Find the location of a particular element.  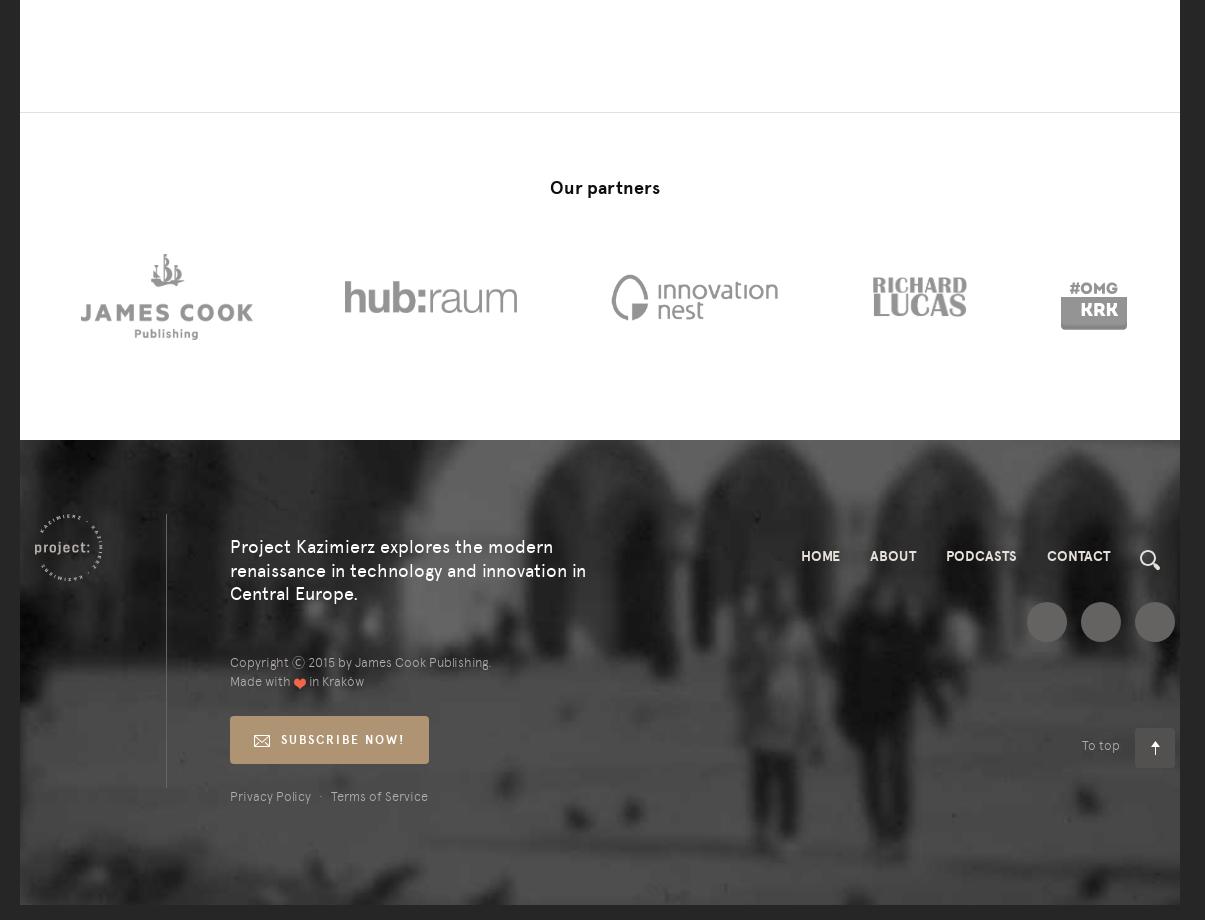

'subscribe now!' is located at coordinates (339, 739).